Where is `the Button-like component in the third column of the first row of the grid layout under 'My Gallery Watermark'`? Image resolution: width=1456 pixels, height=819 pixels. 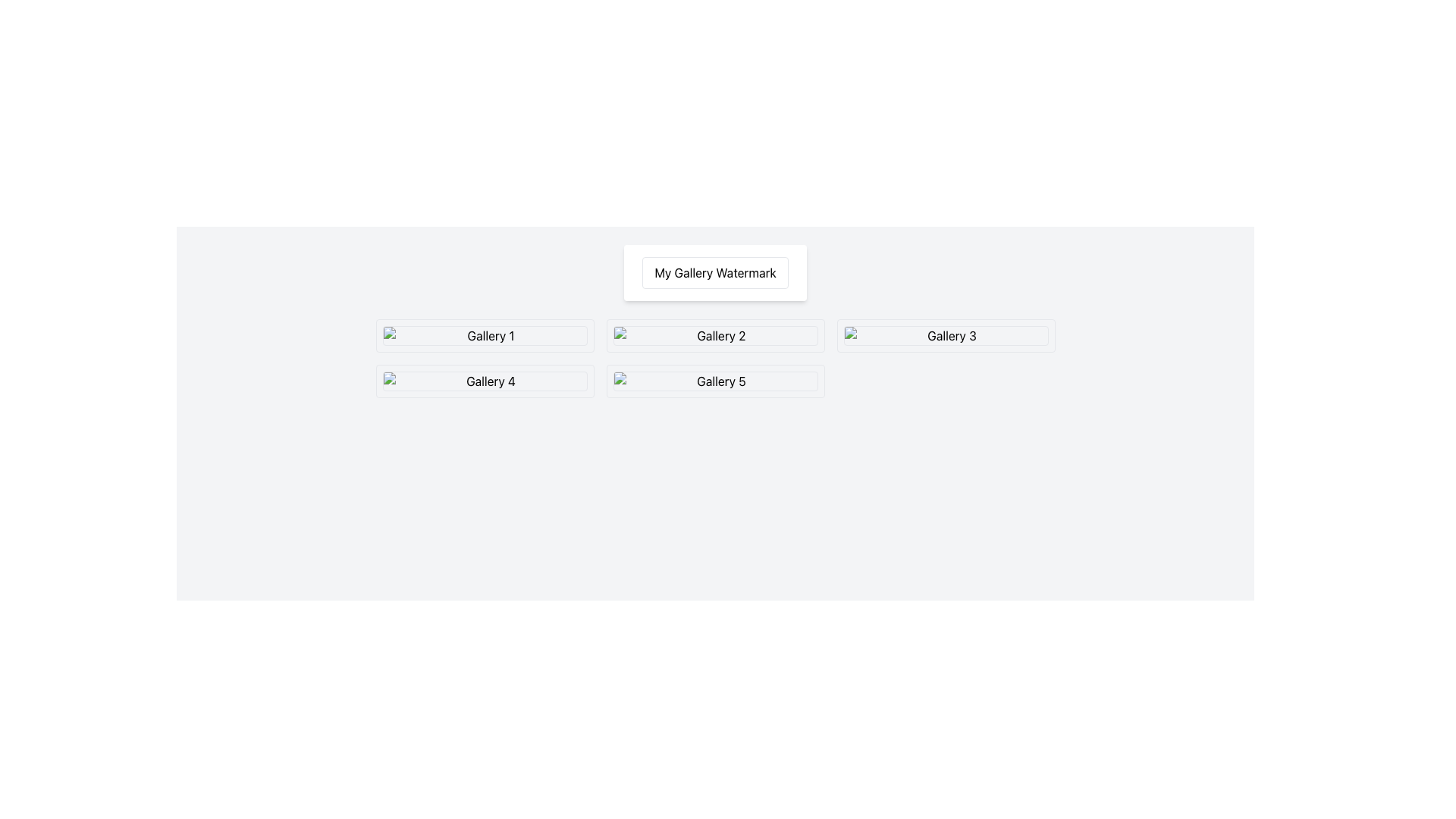
the Button-like component in the third column of the first row of the grid layout under 'My Gallery Watermark' is located at coordinates (945, 335).